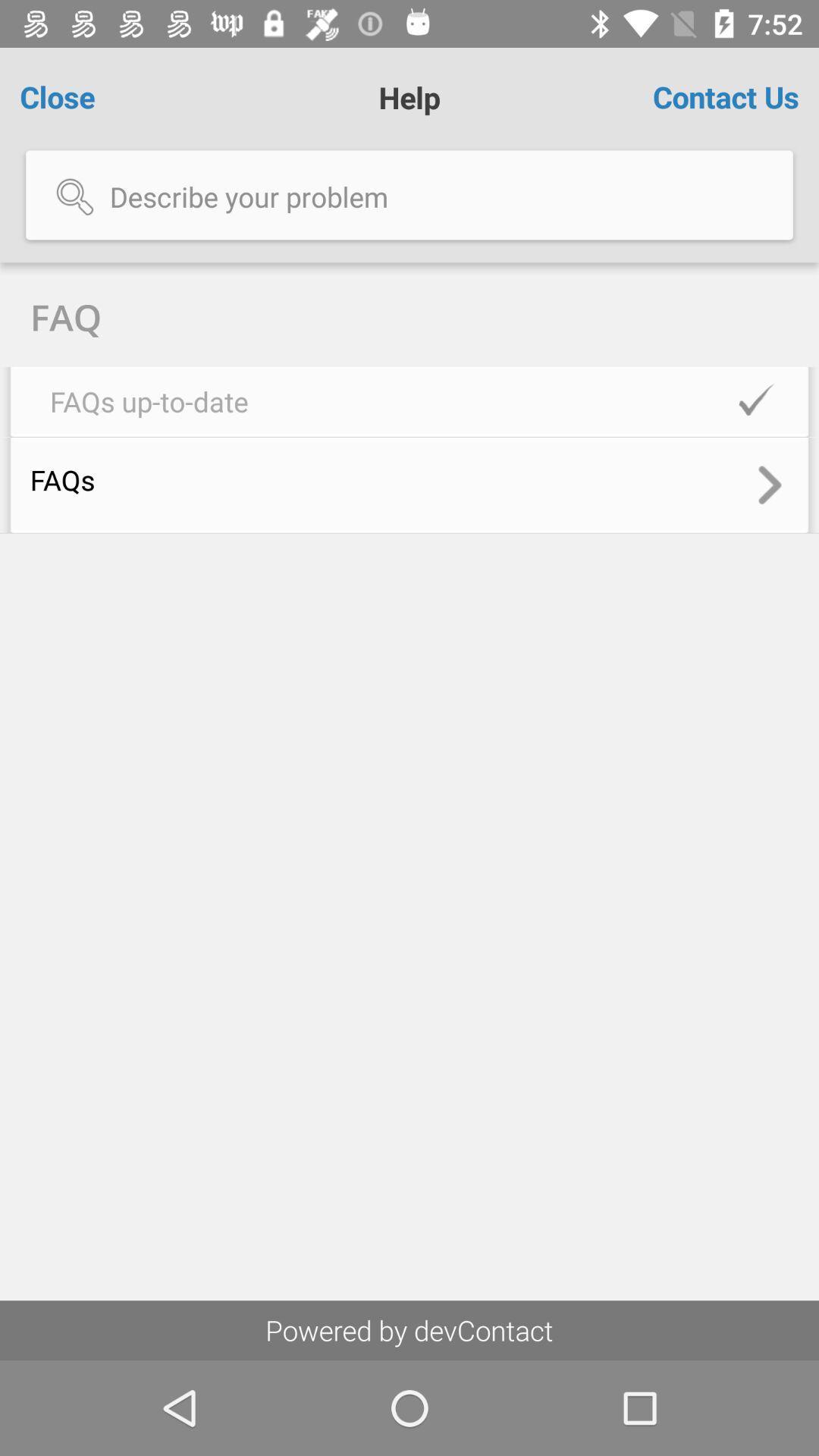 This screenshot has height=1456, width=819. Describe the element at coordinates (725, 96) in the screenshot. I see `the button on the top right corner of the web page` at that location.